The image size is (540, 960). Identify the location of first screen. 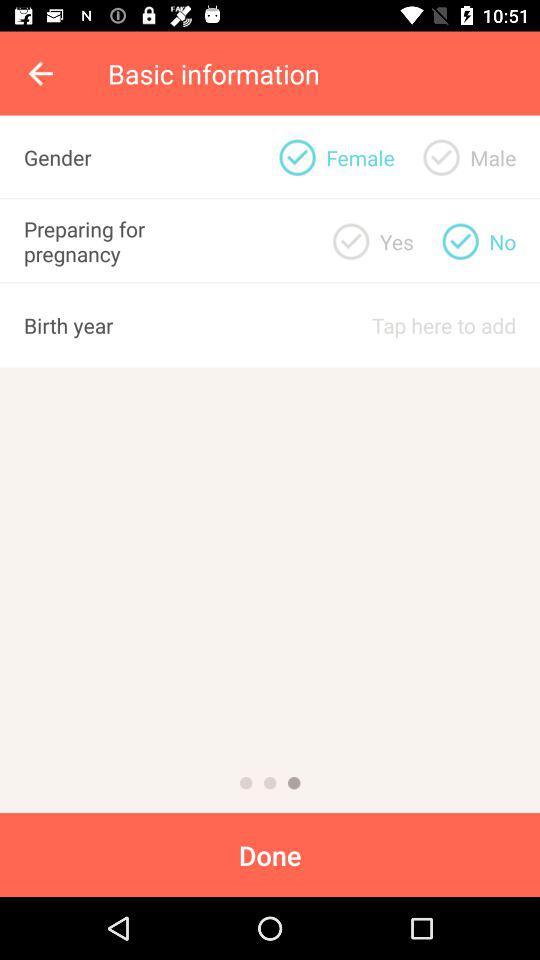
(246, 783).